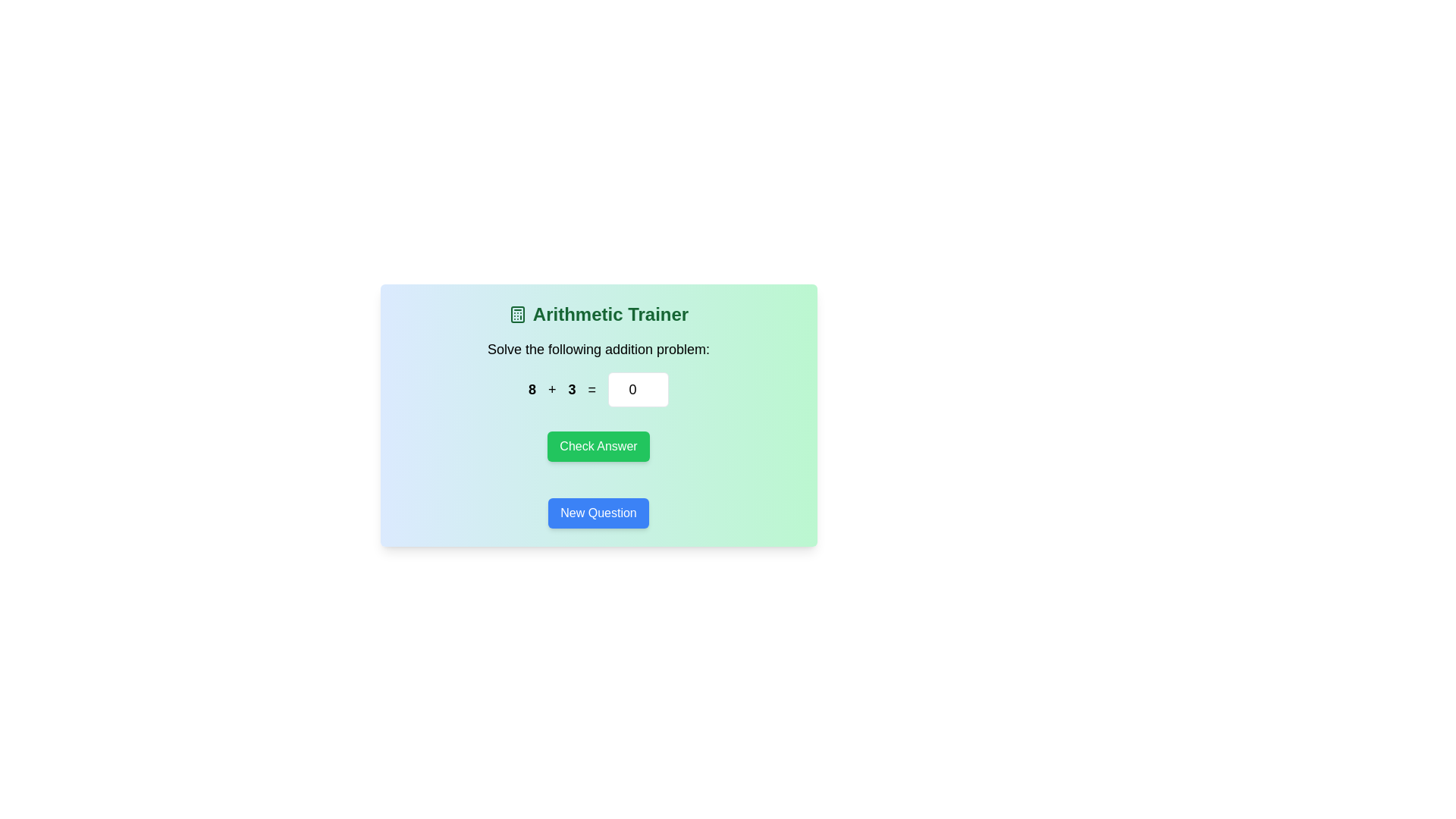 The height and width of the screenshot is (819, 1456). Describe the element at coordinates (591, 388) in the screenshot. I see `the static text label that separates the operand '3' and the answer input field in the arithmetic expression` at that location.